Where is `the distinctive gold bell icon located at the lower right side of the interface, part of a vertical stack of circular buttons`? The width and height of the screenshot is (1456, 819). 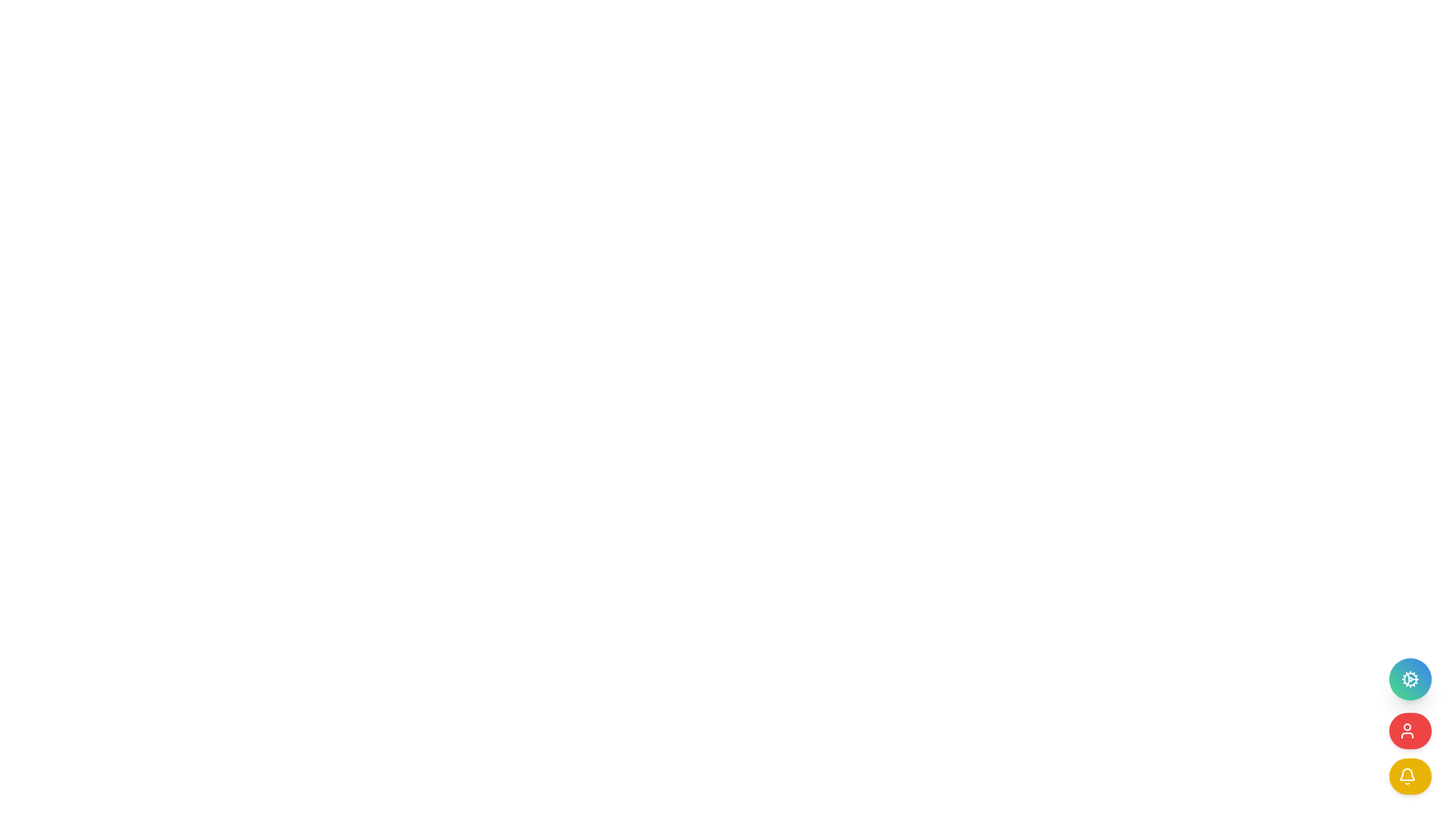
the distinctive gold bell icon located at the lower right side of the interface, part of a vertical stack of circular buttons is located at coordinates (1407, 774).